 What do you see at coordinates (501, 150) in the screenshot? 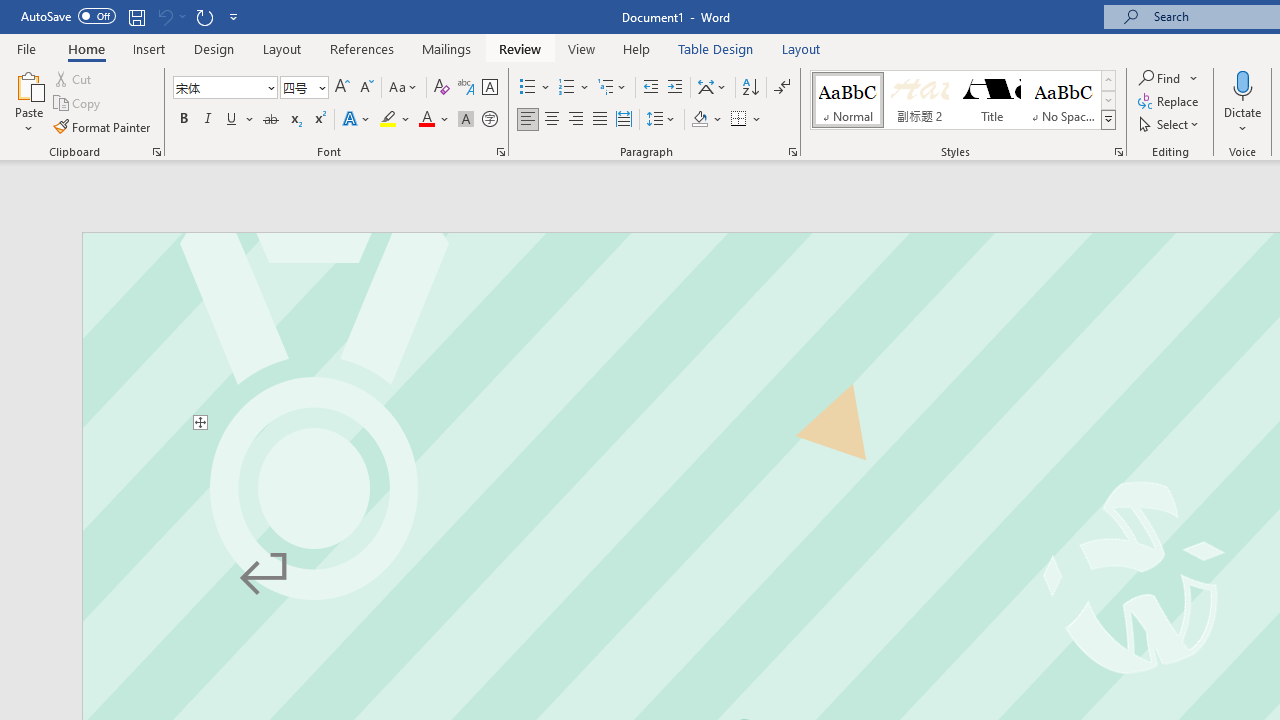
I see `'Font...'` at bounding box center [501, 150].